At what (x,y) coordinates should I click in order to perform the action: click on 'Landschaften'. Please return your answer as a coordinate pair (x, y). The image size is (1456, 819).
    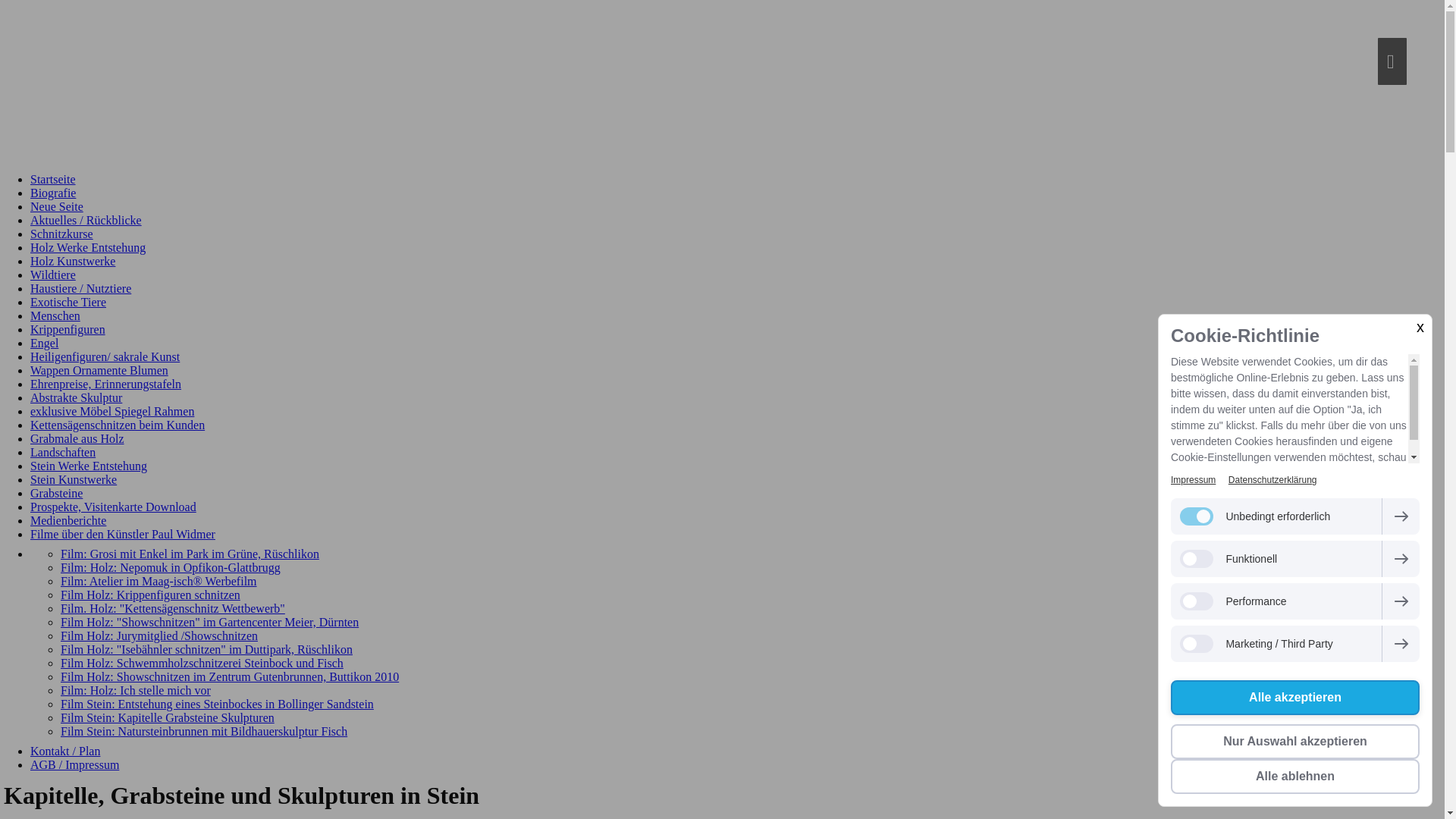
    Looking at the image, I should click on (61, 451).